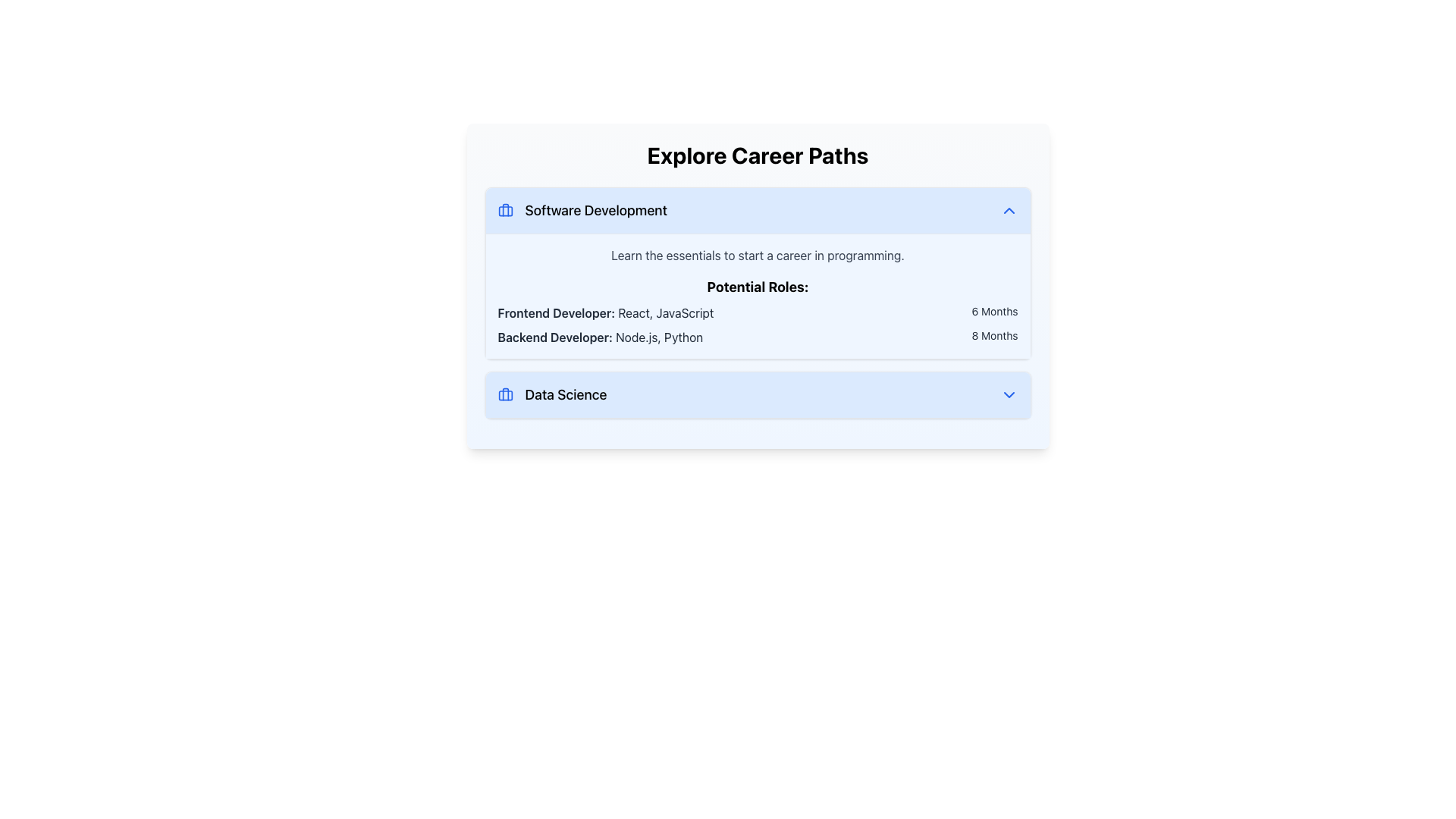 This screenshot has height=819, width=1456. Describe the element at coordinates (505, 210) in the screenshot. I see `the blue briefcase icon located to the left of the 'Software Development' text` at that location.